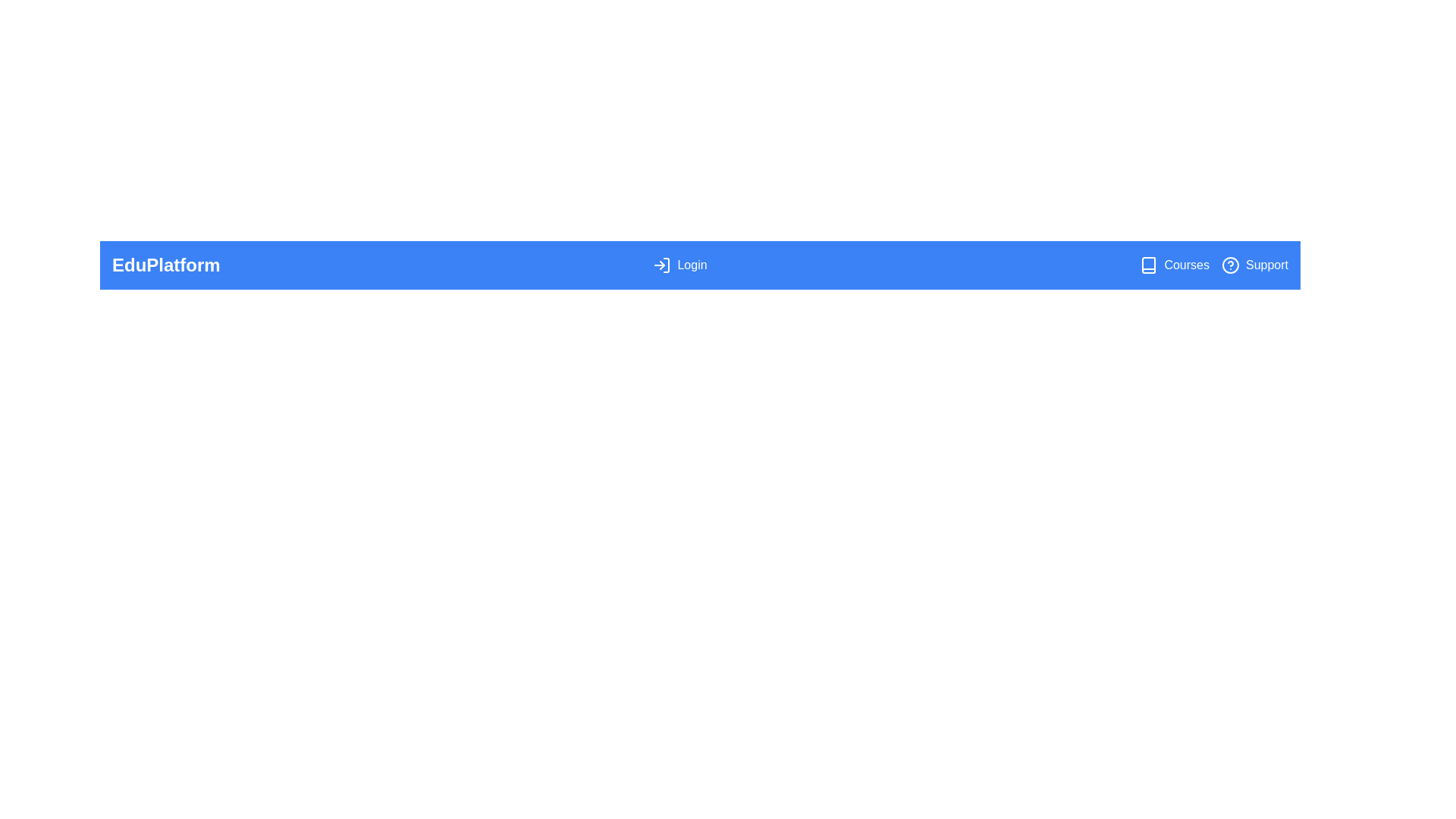  What do you see at coordinates (166, 265) in the screenshot?
I see `the branding/logo text located on the far left of the blue horizontal bar in the interface` at bounding box center [166, 265].